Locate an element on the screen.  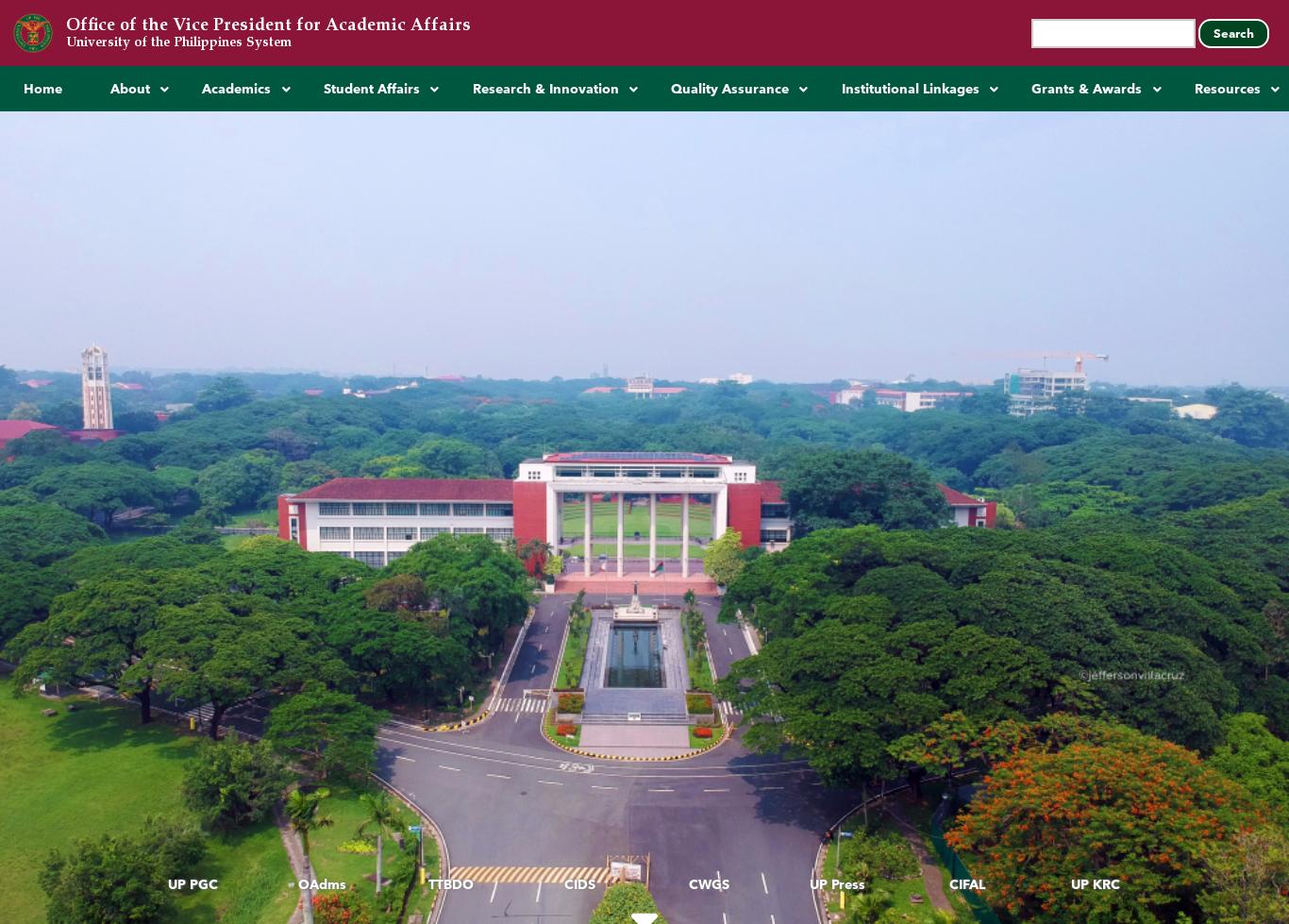
'Emerging Interdisciplinary Research' is located at coordinates (584, 135).